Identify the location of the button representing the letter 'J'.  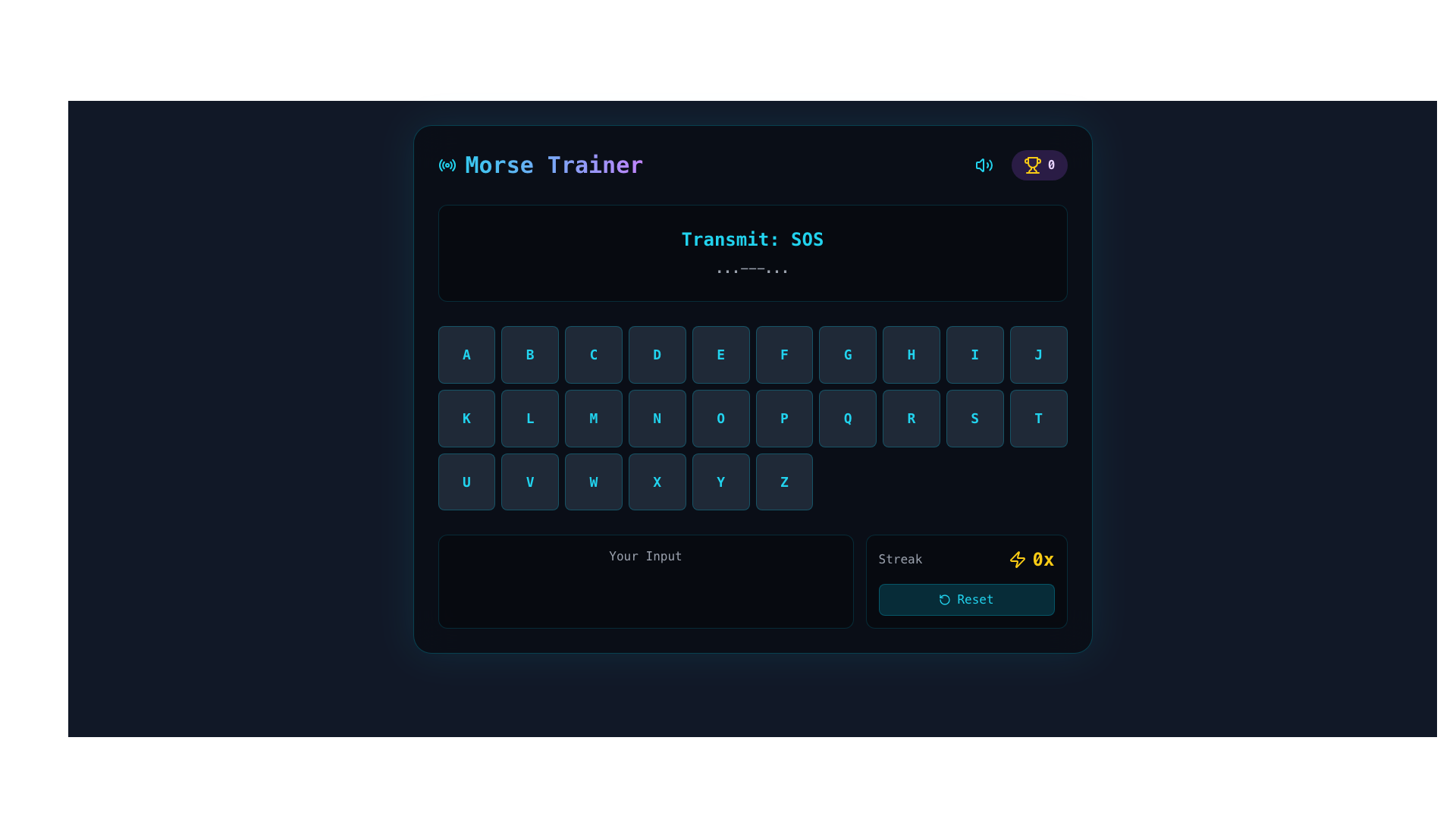
(1037, 354).